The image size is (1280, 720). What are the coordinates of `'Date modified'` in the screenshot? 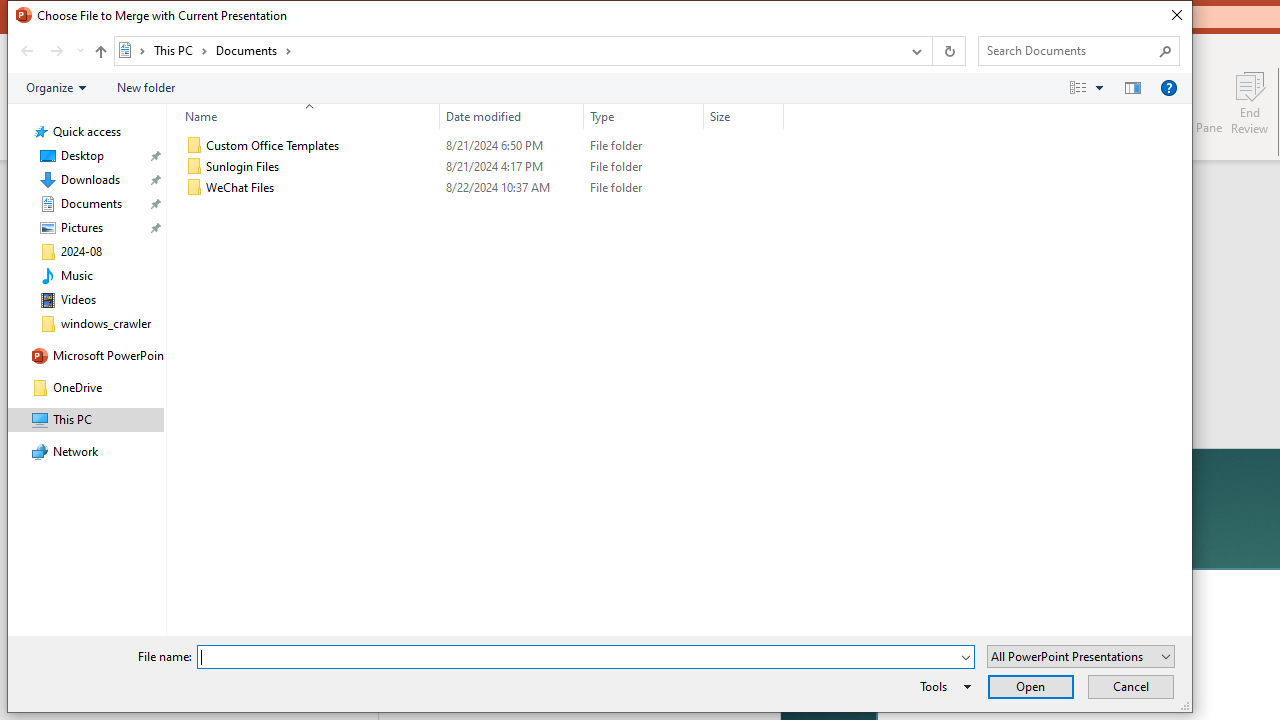 It's located at (512, 116).